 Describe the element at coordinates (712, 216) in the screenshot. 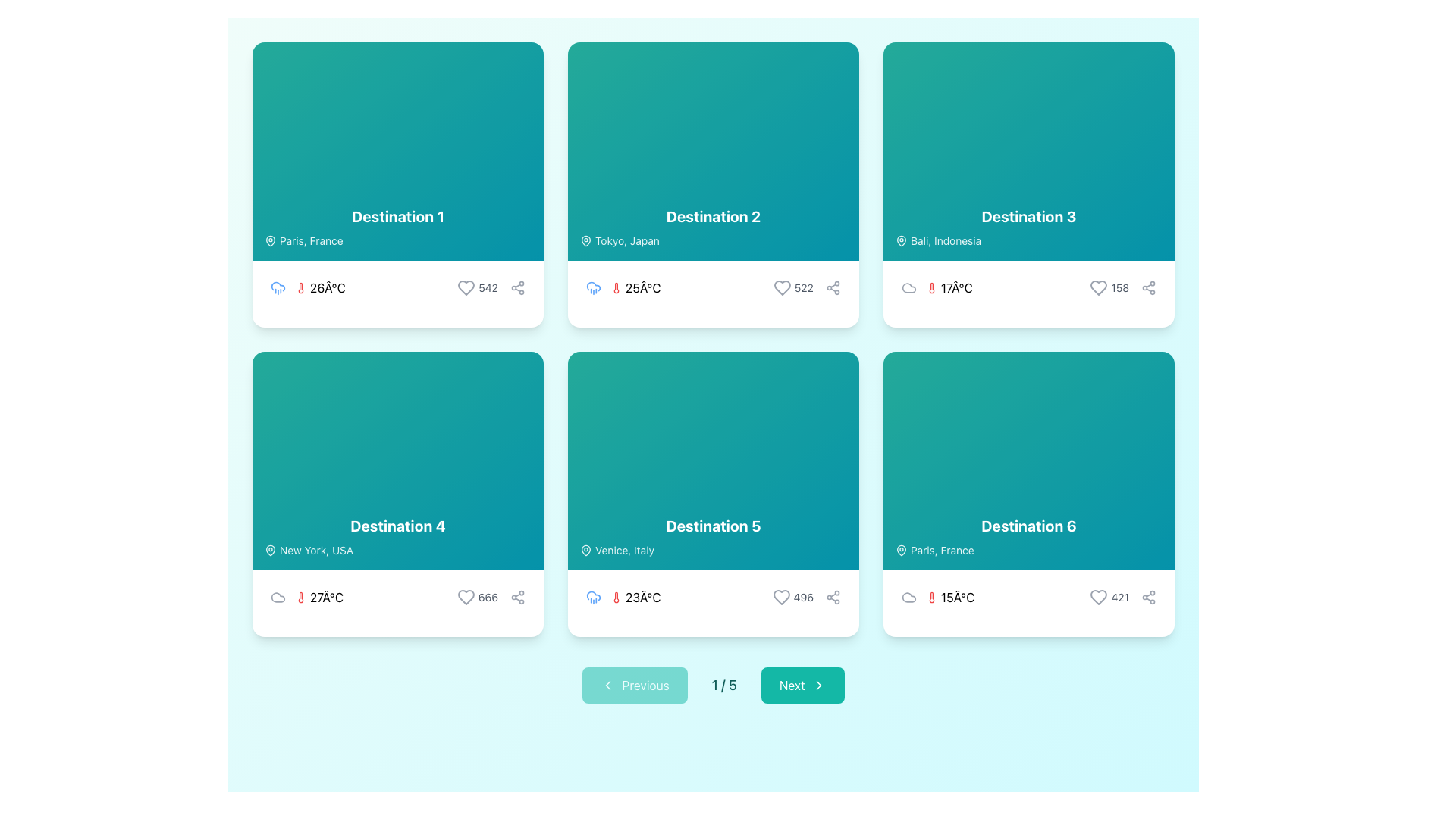

I see `text heading that serves as the title for 'Destination 2' located in the second column of the first row in the grid layout` at that location.